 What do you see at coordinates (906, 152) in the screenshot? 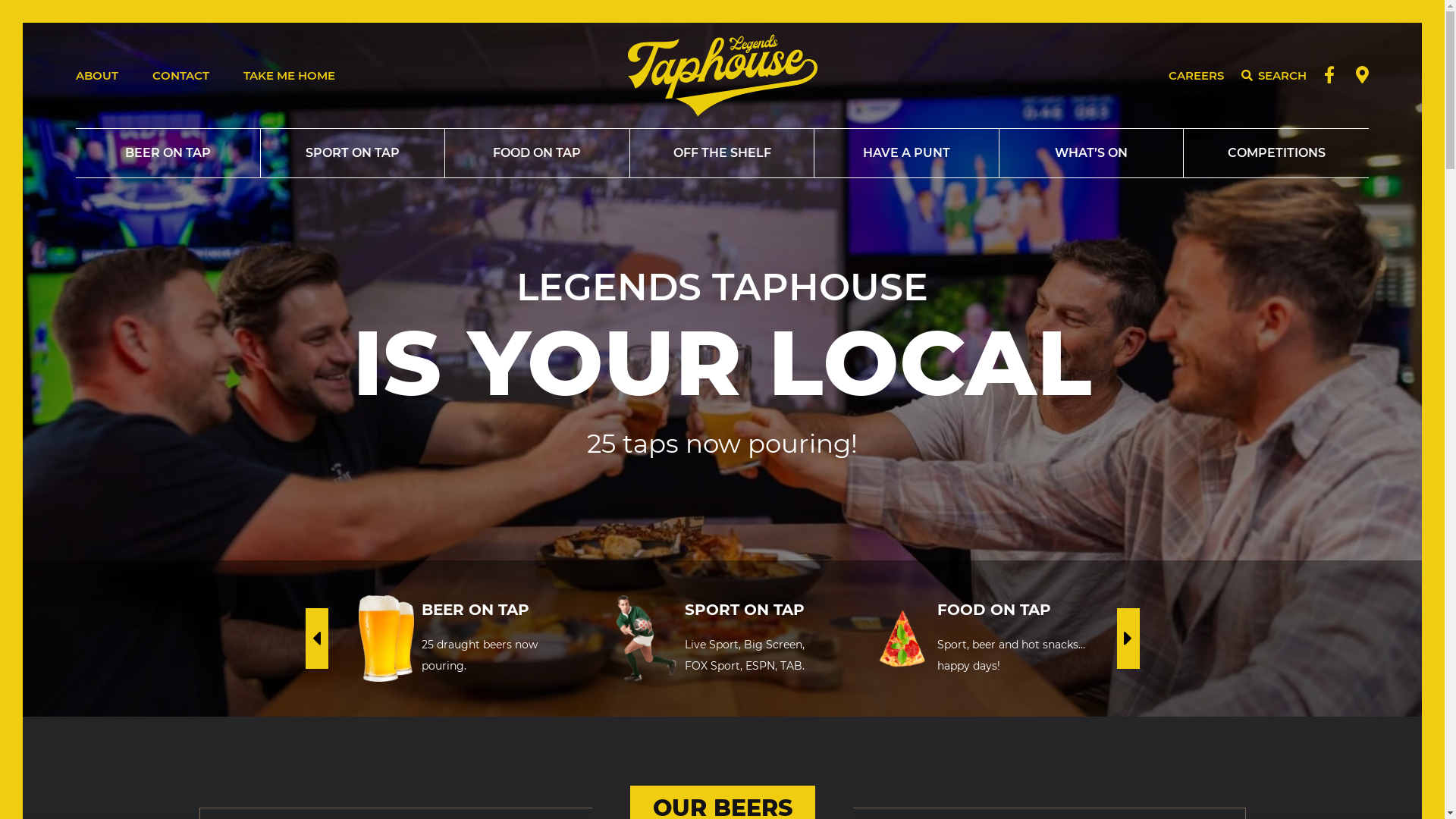
I see `'HAVE A PUNT'` at bounding box center [906, 152].